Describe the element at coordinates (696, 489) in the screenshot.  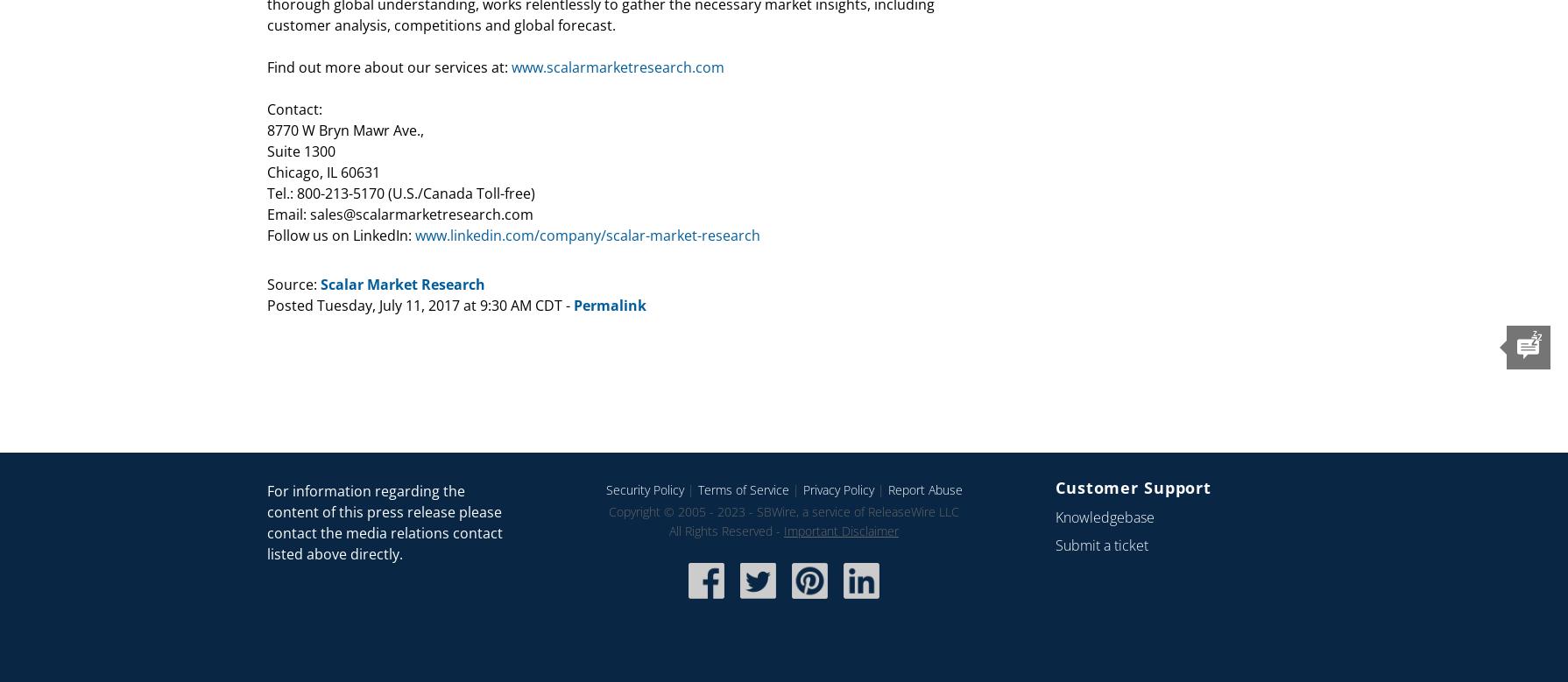
I see `'Terms of Service'` at that location.